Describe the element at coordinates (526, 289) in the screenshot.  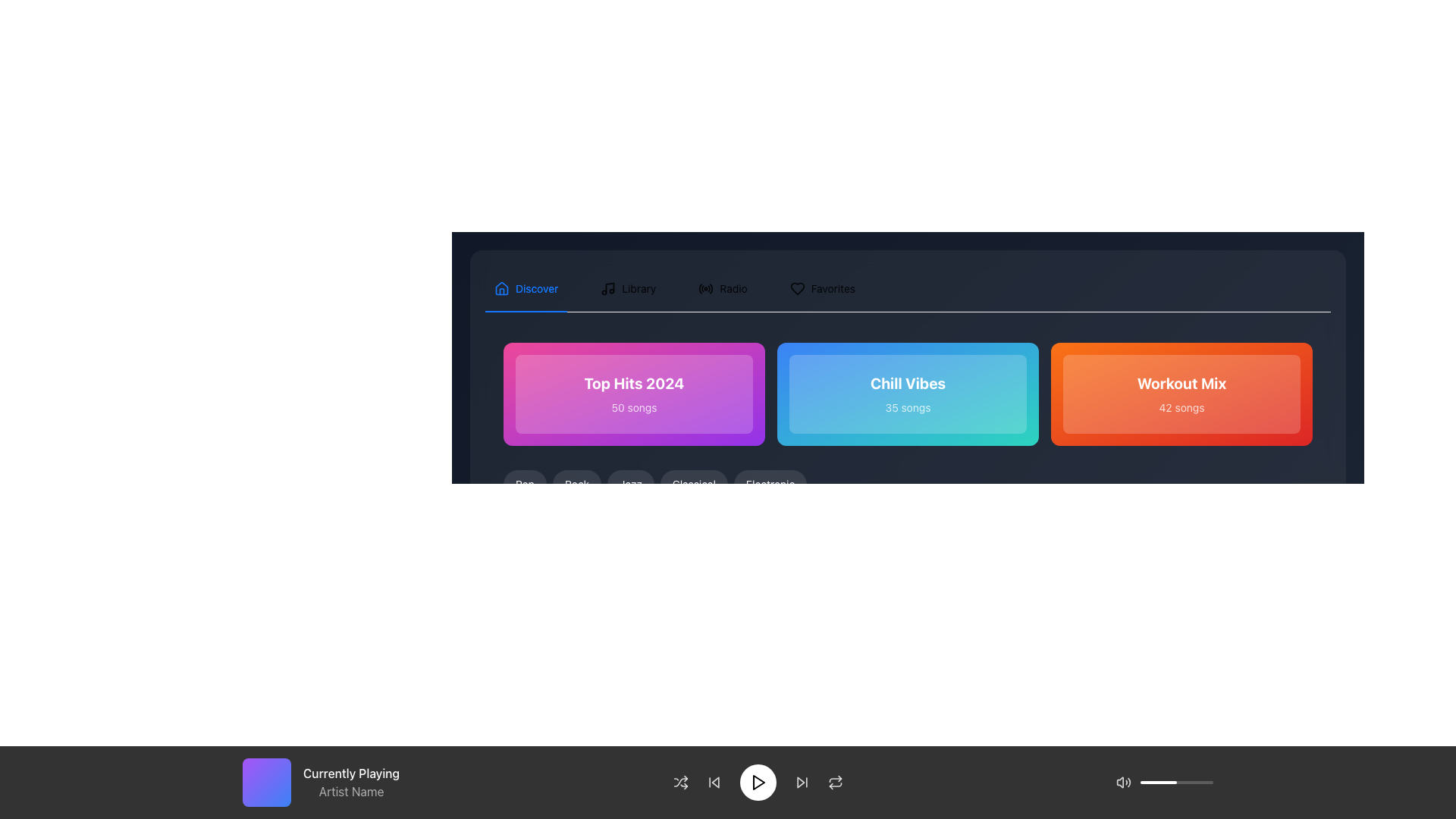
I see `the first tab in the horizontal tab bar that navigates to the 'Discover' section of the application` at that location.